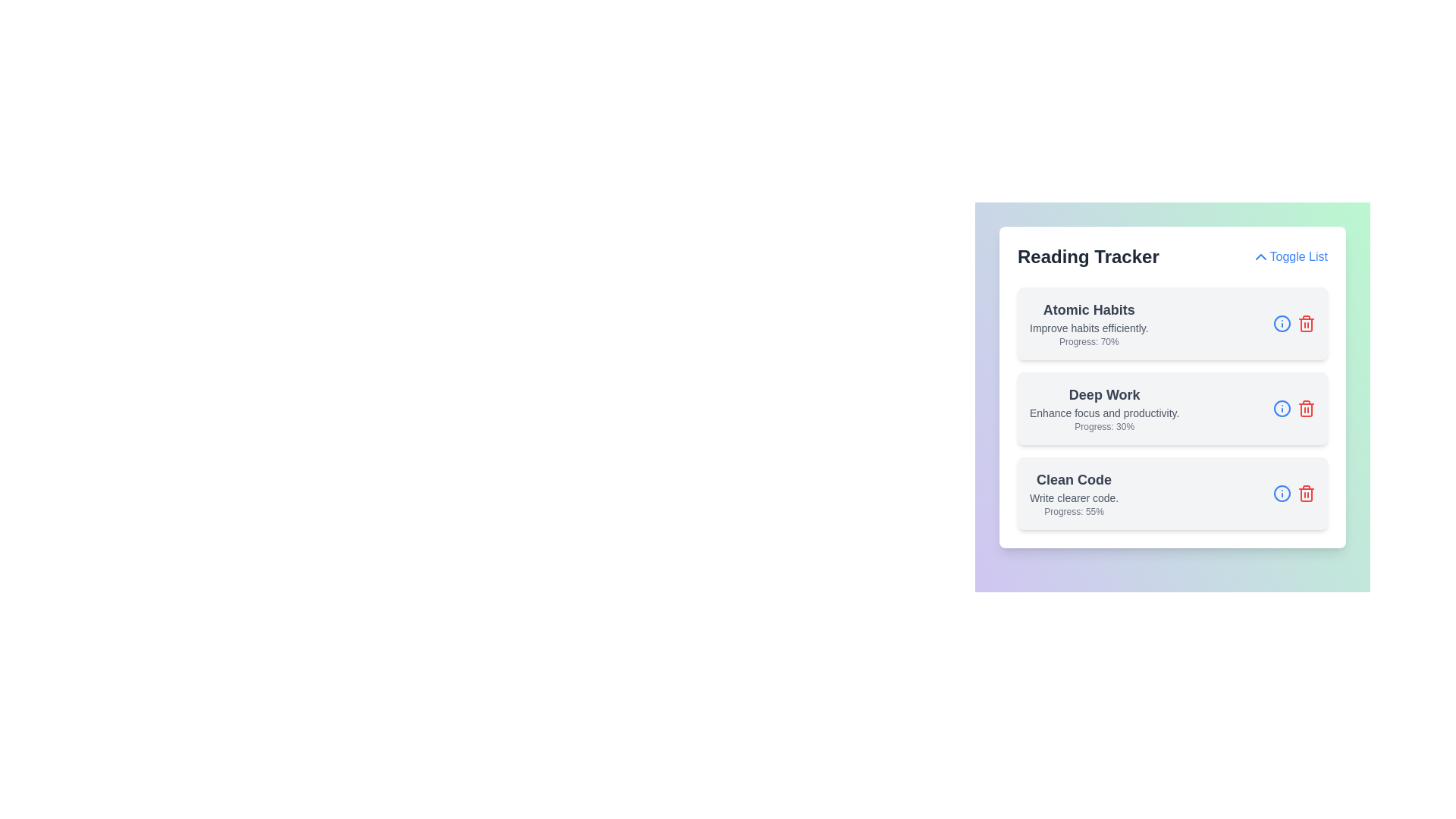  Describe the element at coordinates (1088, 309) in the screenshot. I see `the text label element displaying 'Atomic Habits' in bold dark gray, which serves as the title in a light gray box at the top of its section` at that location.